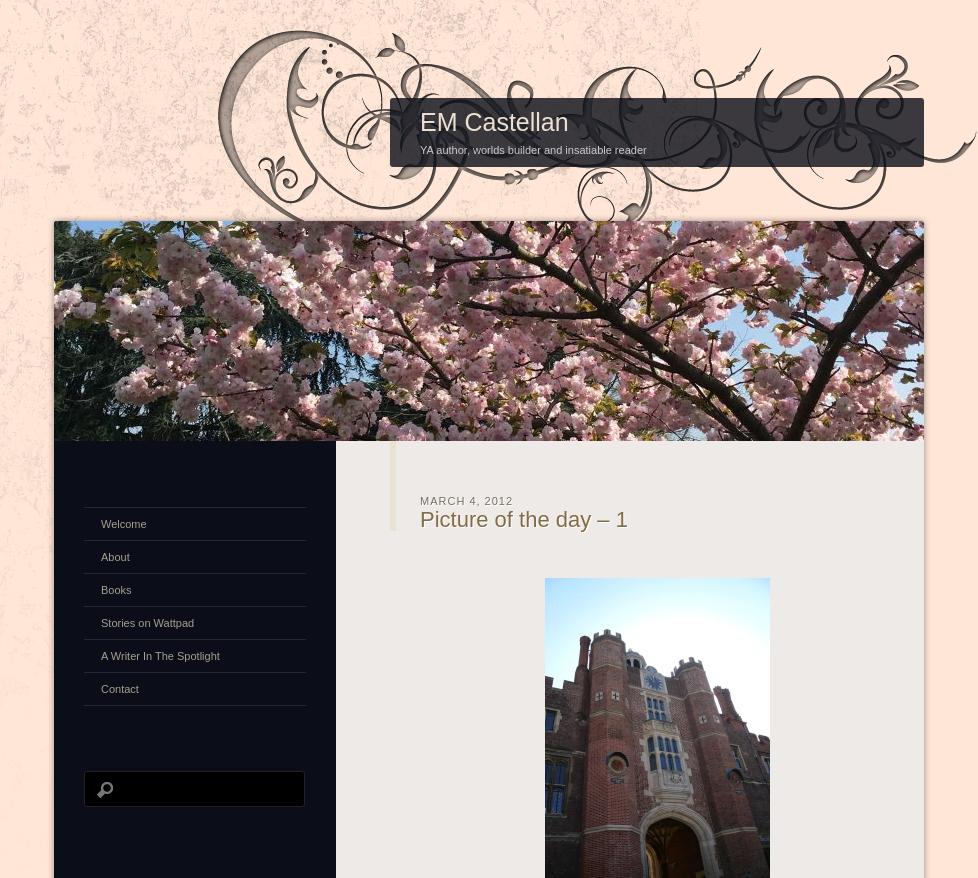 This screenshot has width=978, height=878. I want to click on 'About', so click(115, 555).